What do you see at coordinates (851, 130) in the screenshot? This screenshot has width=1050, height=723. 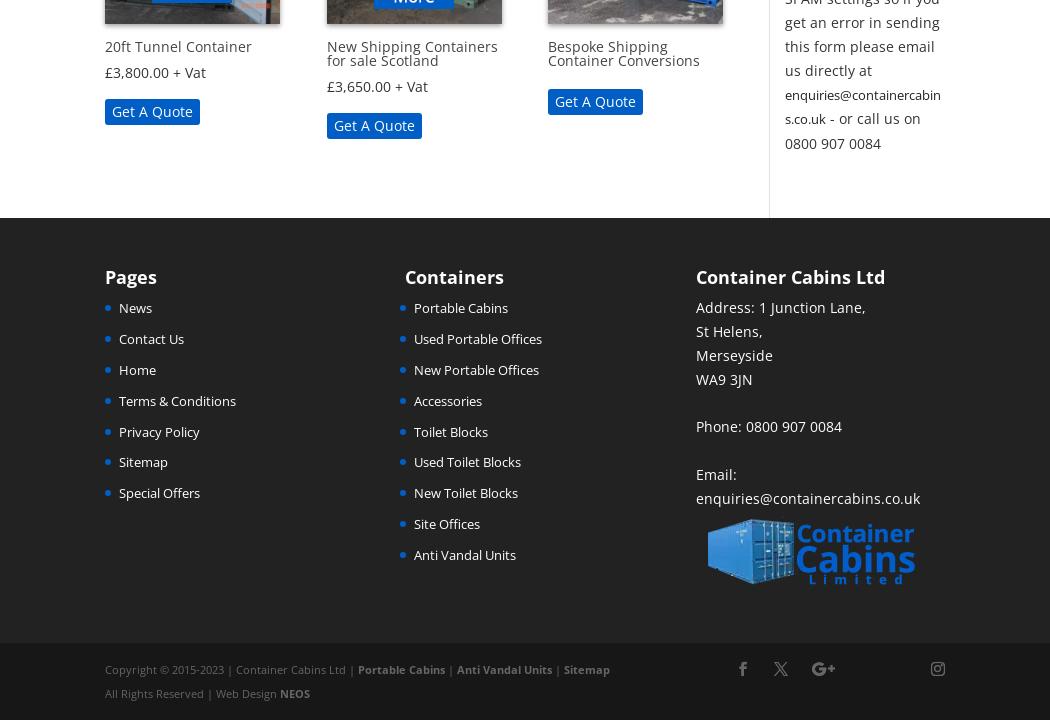 I see `'- or call us on 0800 907 0084'` at bounding box center [851, 130].